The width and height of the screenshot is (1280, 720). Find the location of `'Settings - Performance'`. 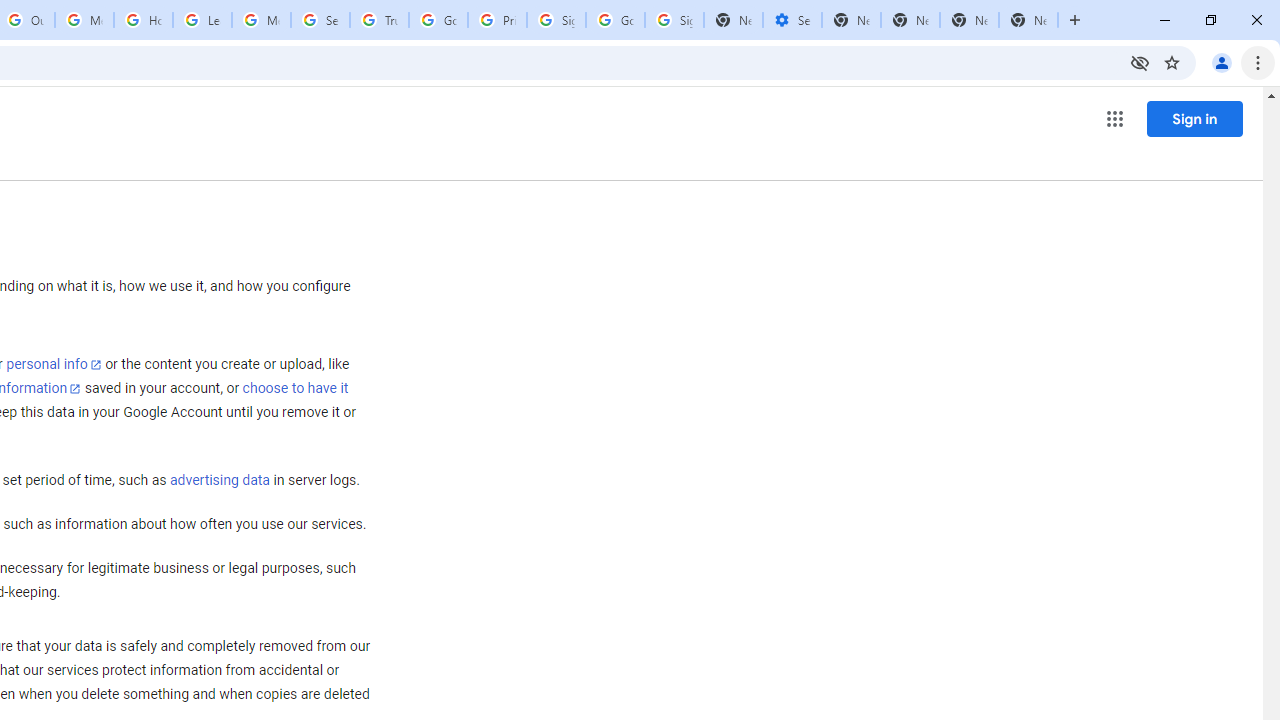

'Settings - Performance' is located at coordinates (791, 20).